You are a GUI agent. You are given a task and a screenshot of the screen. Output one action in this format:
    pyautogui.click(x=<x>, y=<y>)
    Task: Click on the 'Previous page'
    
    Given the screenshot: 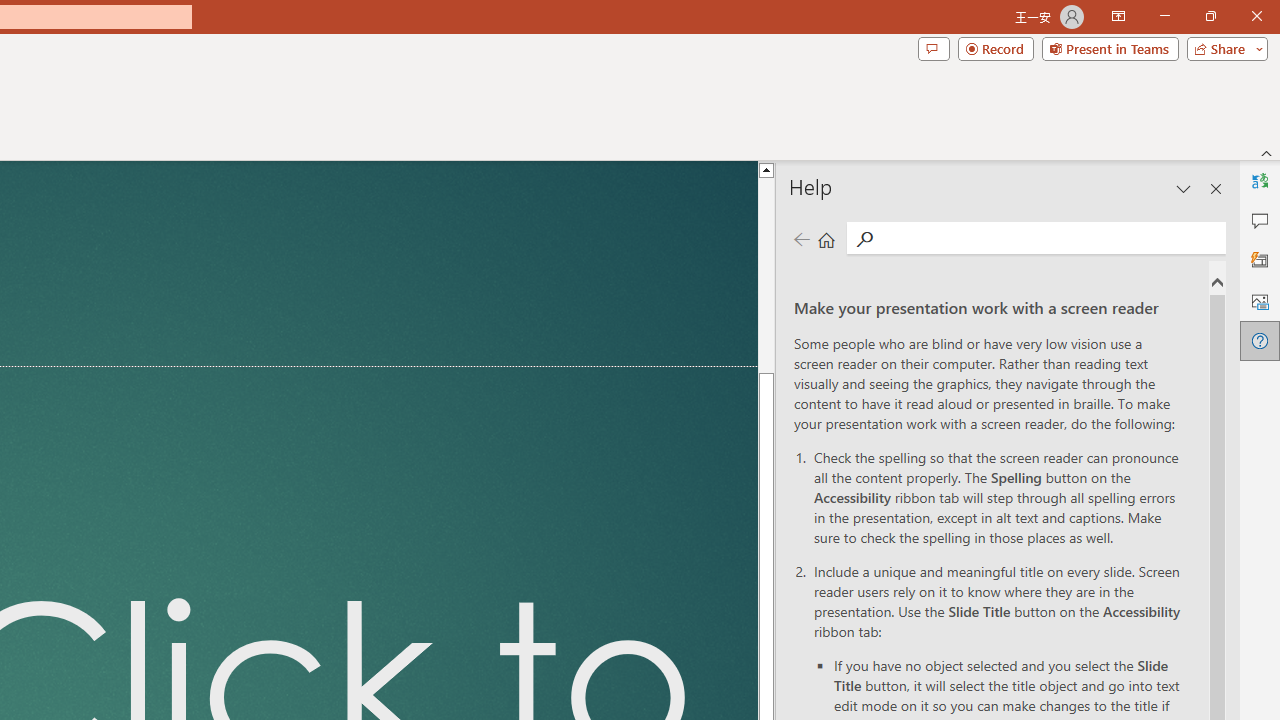 What is the action you would take?
    pyautogui.click(x=801, y=238)
    